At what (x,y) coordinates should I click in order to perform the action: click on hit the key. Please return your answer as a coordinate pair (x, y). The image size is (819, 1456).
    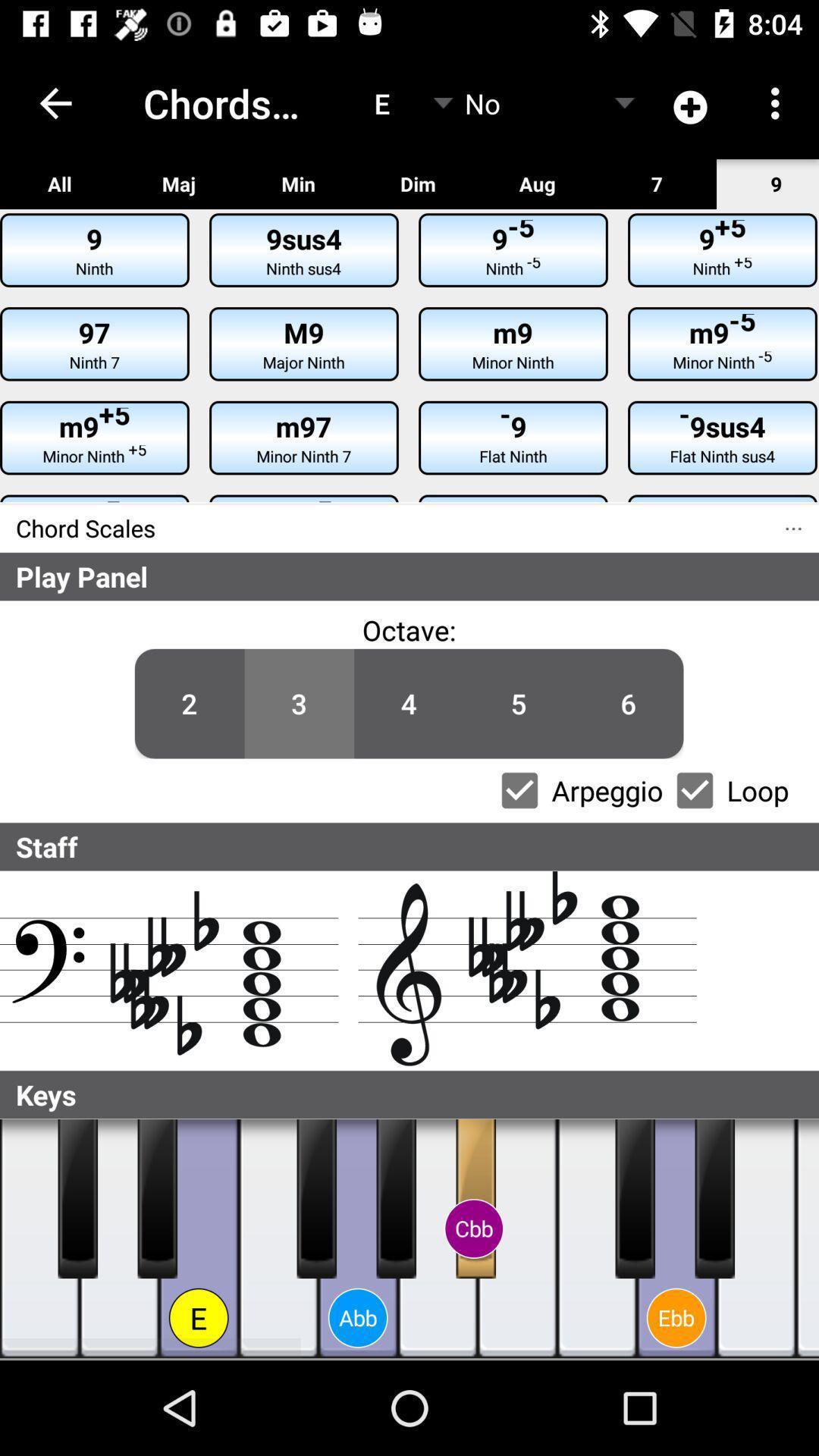
    Looking at the image, I should click on (438, 1238).